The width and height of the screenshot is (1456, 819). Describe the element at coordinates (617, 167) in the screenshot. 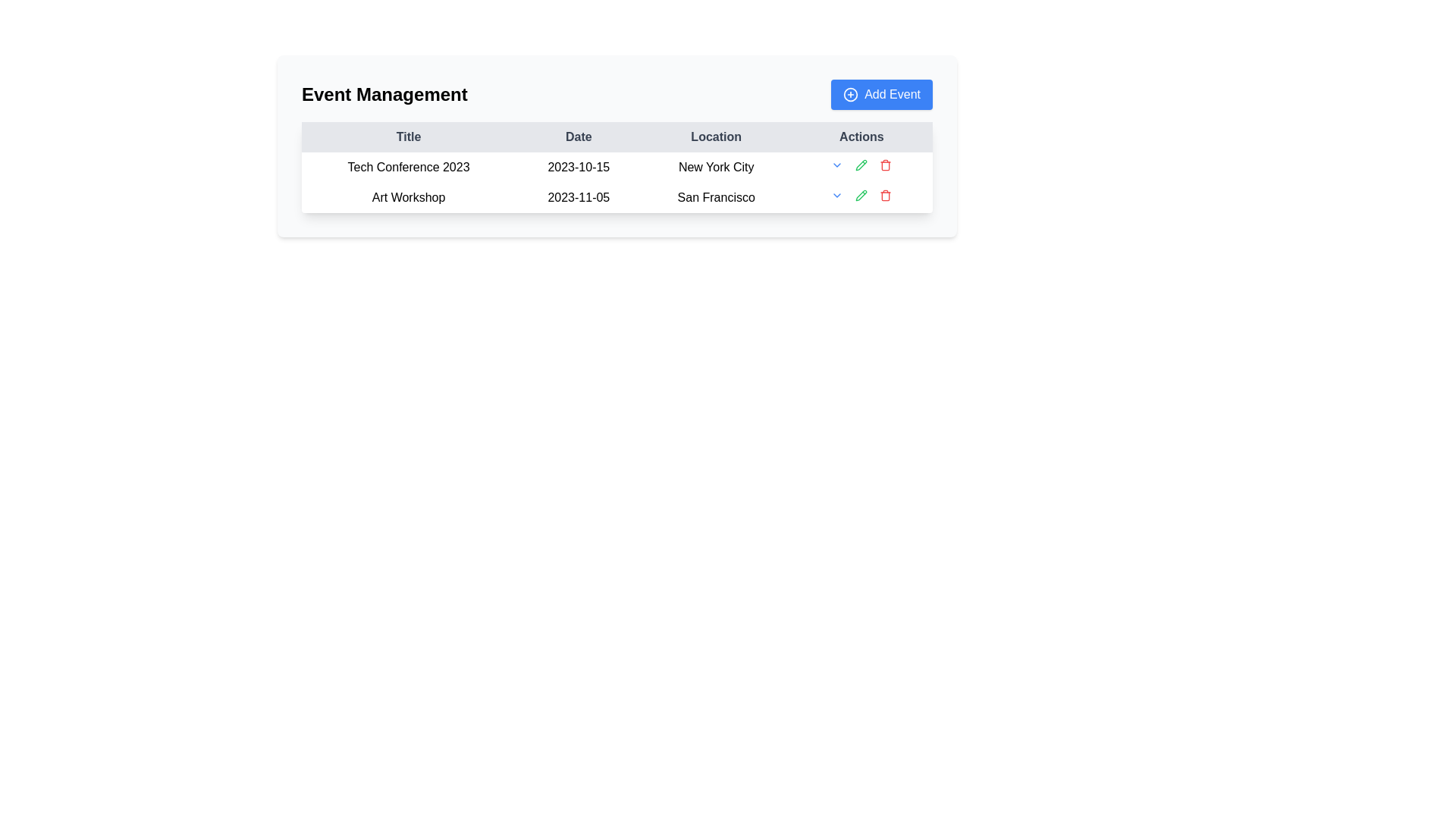

I see `the first row of the 'Event Management' table representing the event 'Tech Conference 2023'` at that location.